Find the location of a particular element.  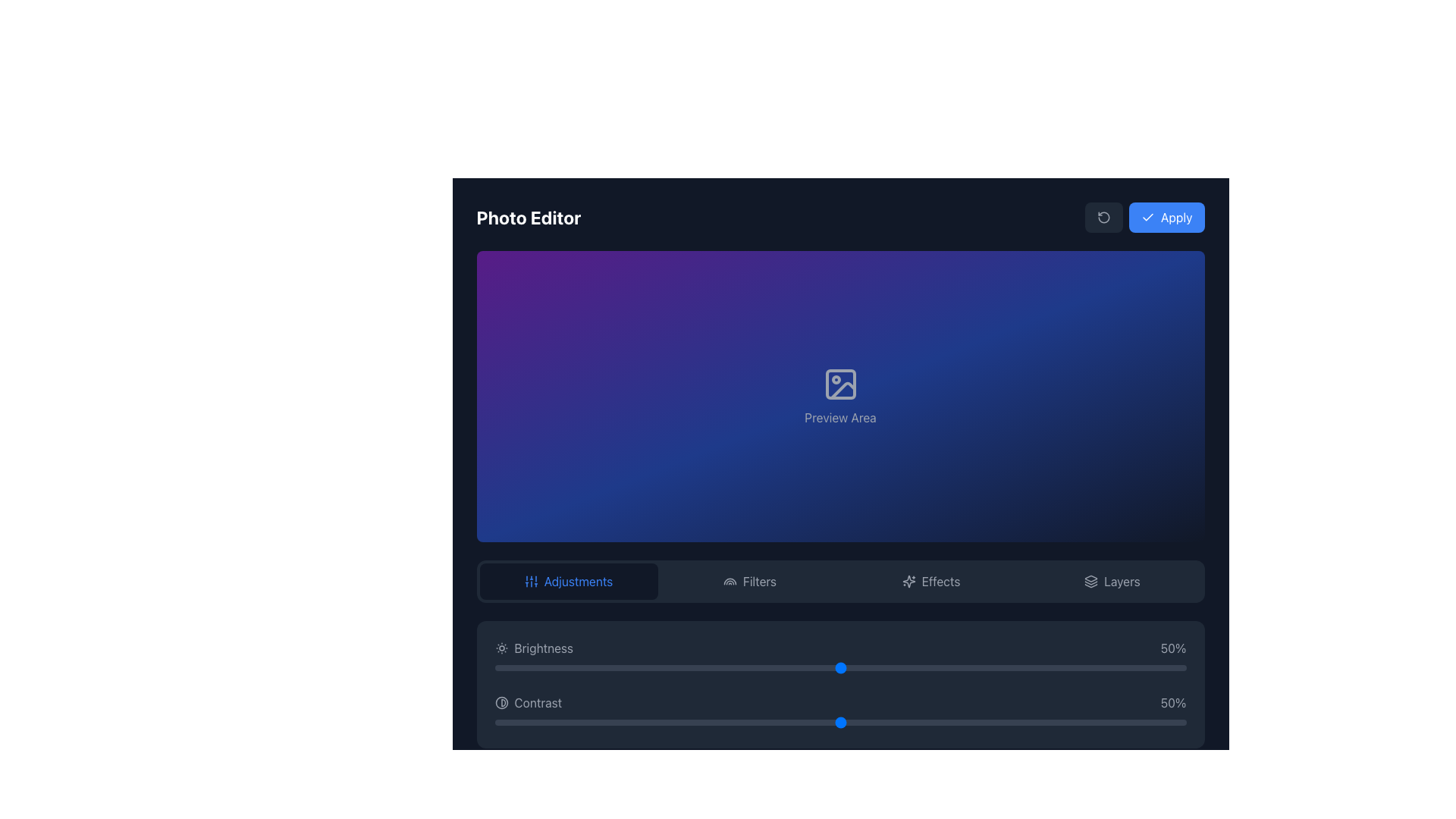

the brightness adjustment label, which is located in the controls section at the bottom of the interface, just above the contrast control in the Adjustments panel is located at coordinates (534, 648).